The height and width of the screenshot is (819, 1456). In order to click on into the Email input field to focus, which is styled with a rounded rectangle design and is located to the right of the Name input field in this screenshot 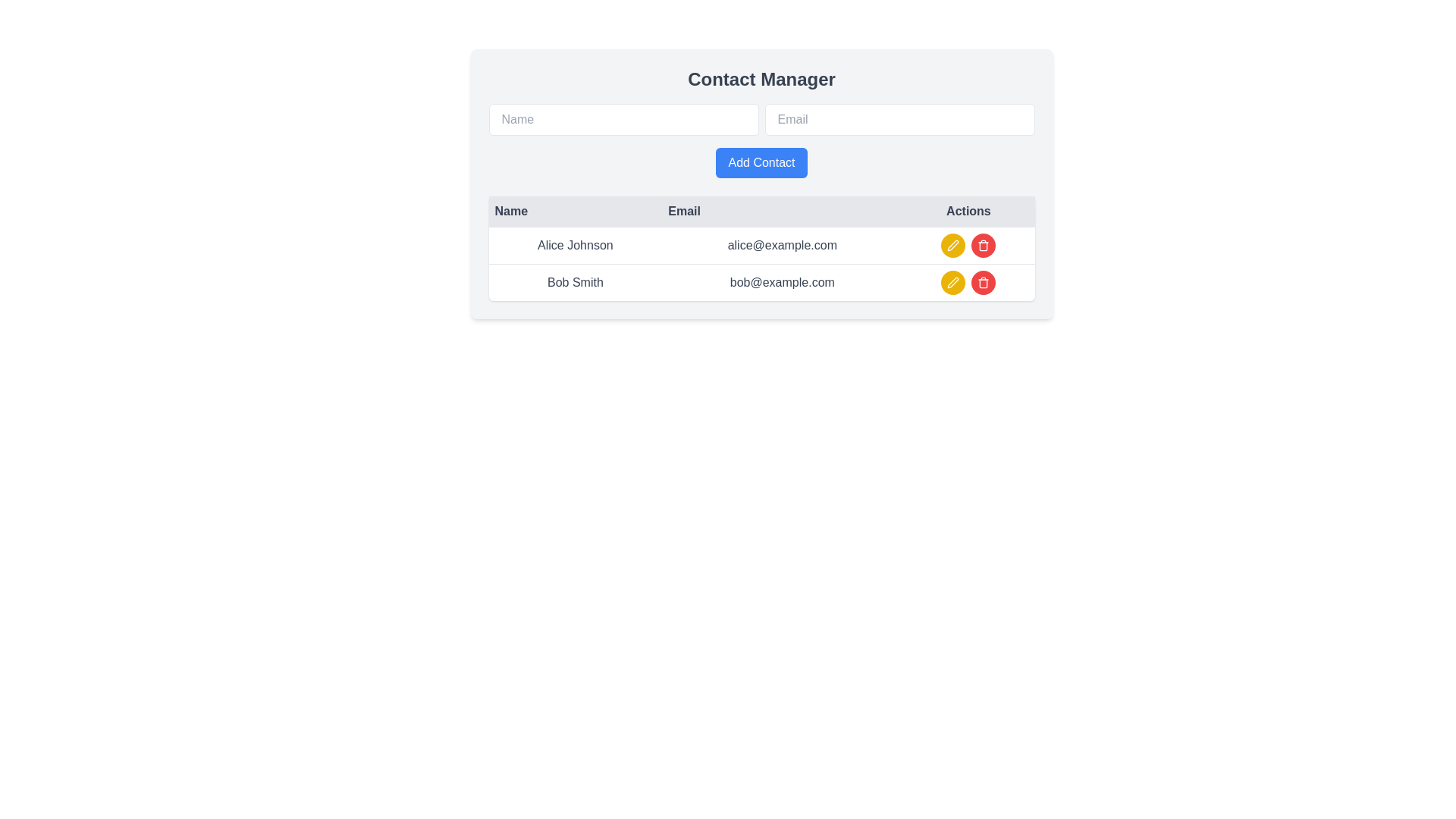, I will do `click(899, 119)`.